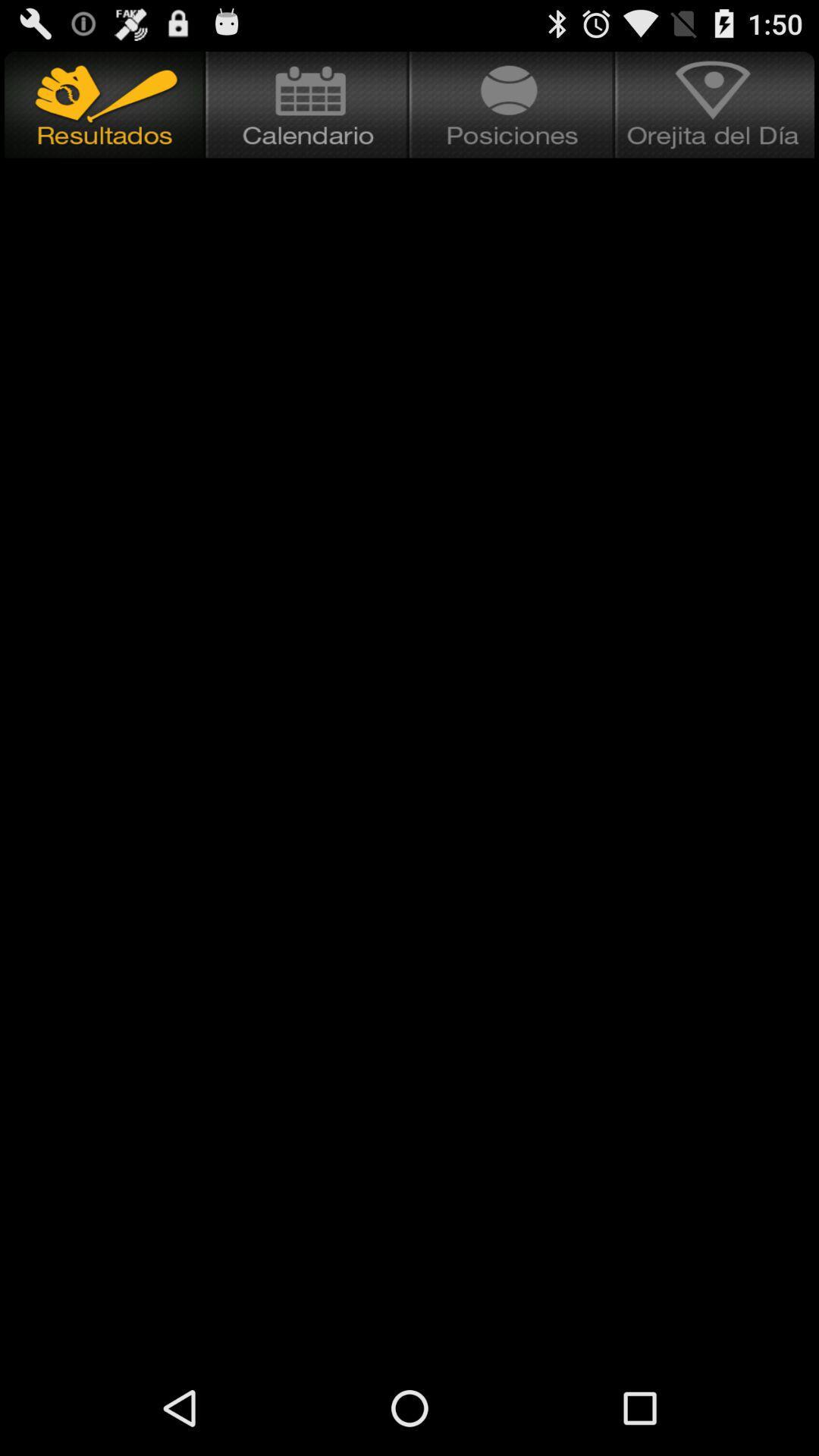 The width and height of the screenshot is (819, 1456). Describe the element at coordinates (409, 1310) in the screenshot. I see `item at the bottom` at that location.